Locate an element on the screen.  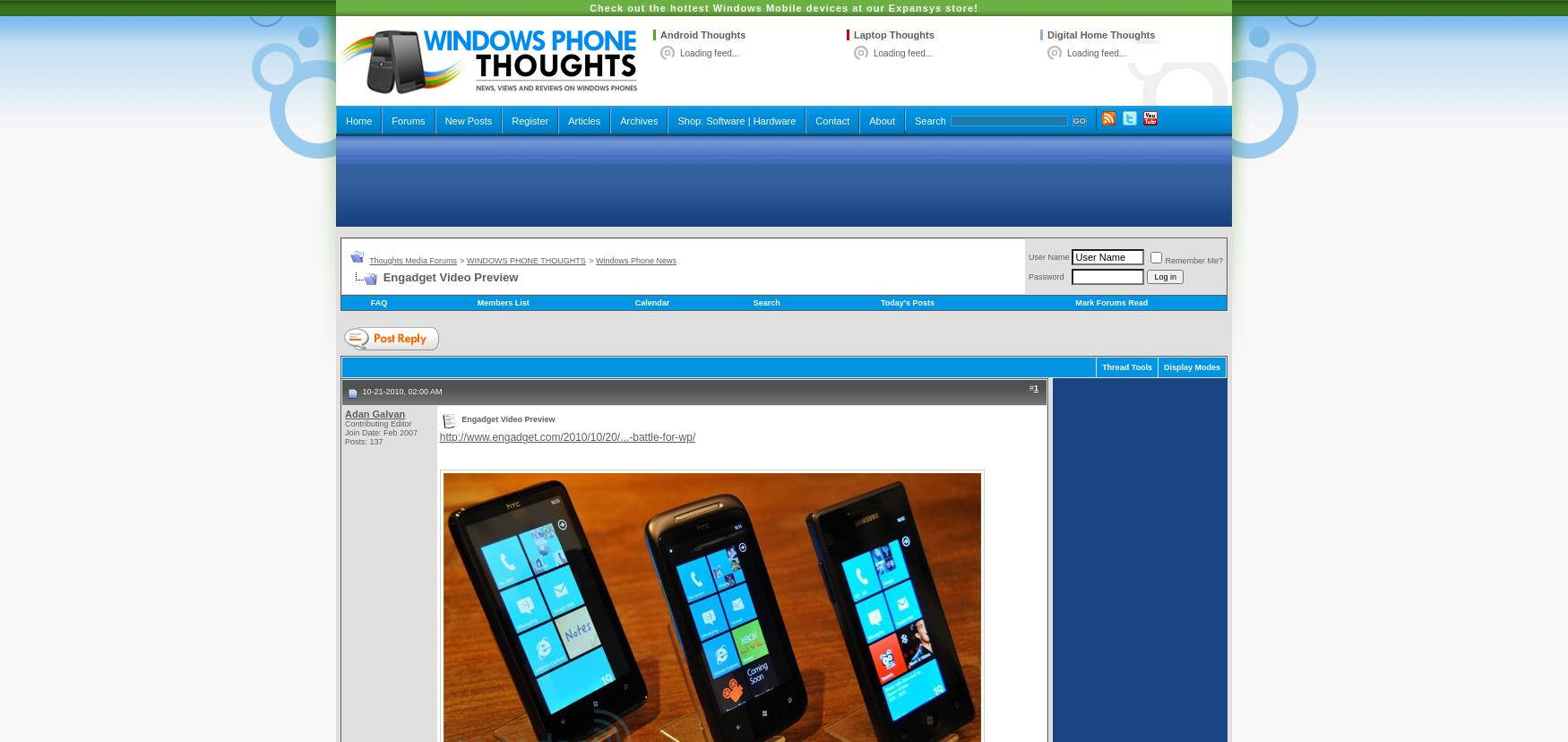
'Mark Forums Read' is located at coordinates (1111, 301).